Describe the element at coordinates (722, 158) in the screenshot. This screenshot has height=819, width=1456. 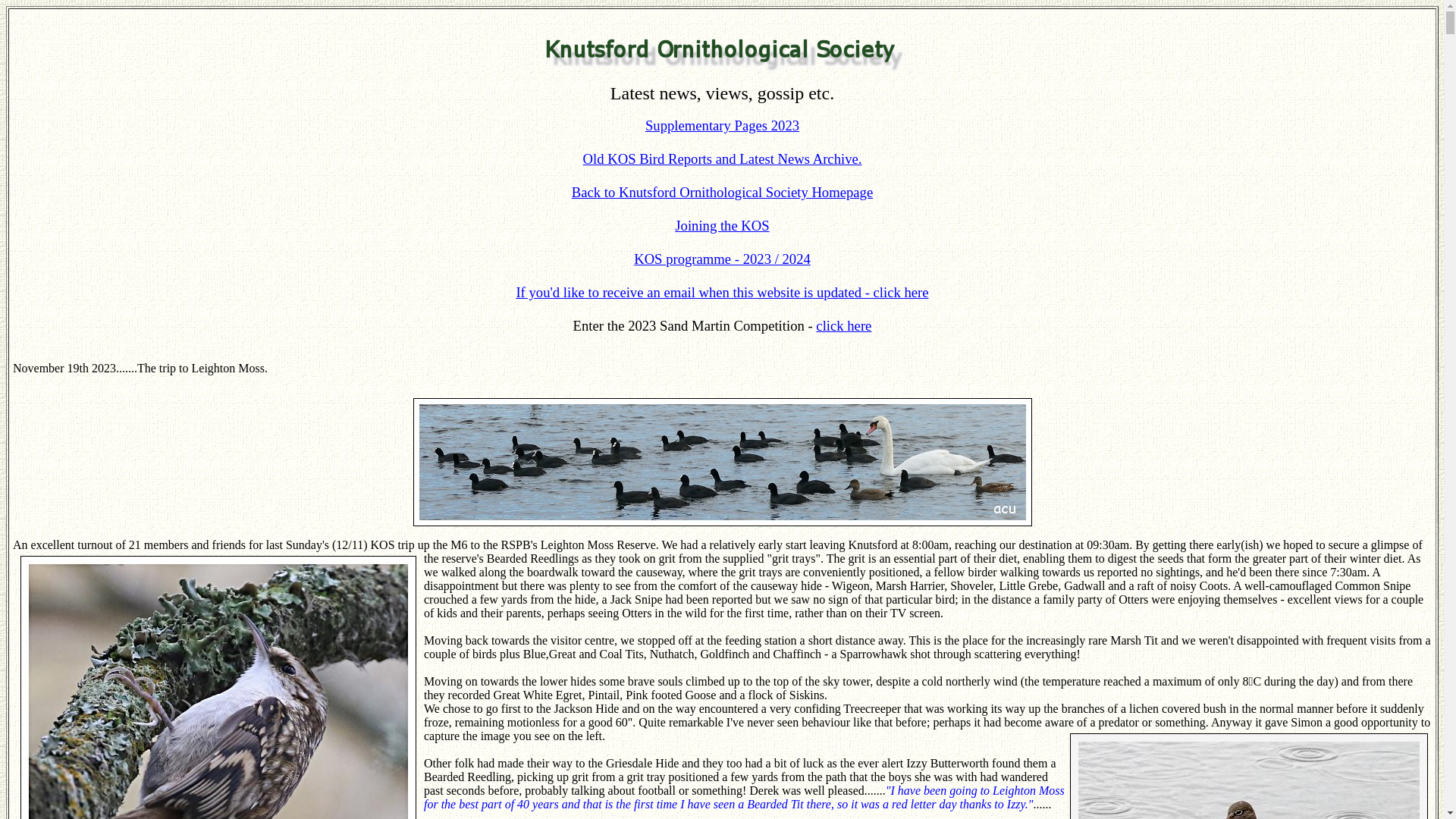
I see `'Old KOS Bird Reports and Latest News Archive.'` at that location.